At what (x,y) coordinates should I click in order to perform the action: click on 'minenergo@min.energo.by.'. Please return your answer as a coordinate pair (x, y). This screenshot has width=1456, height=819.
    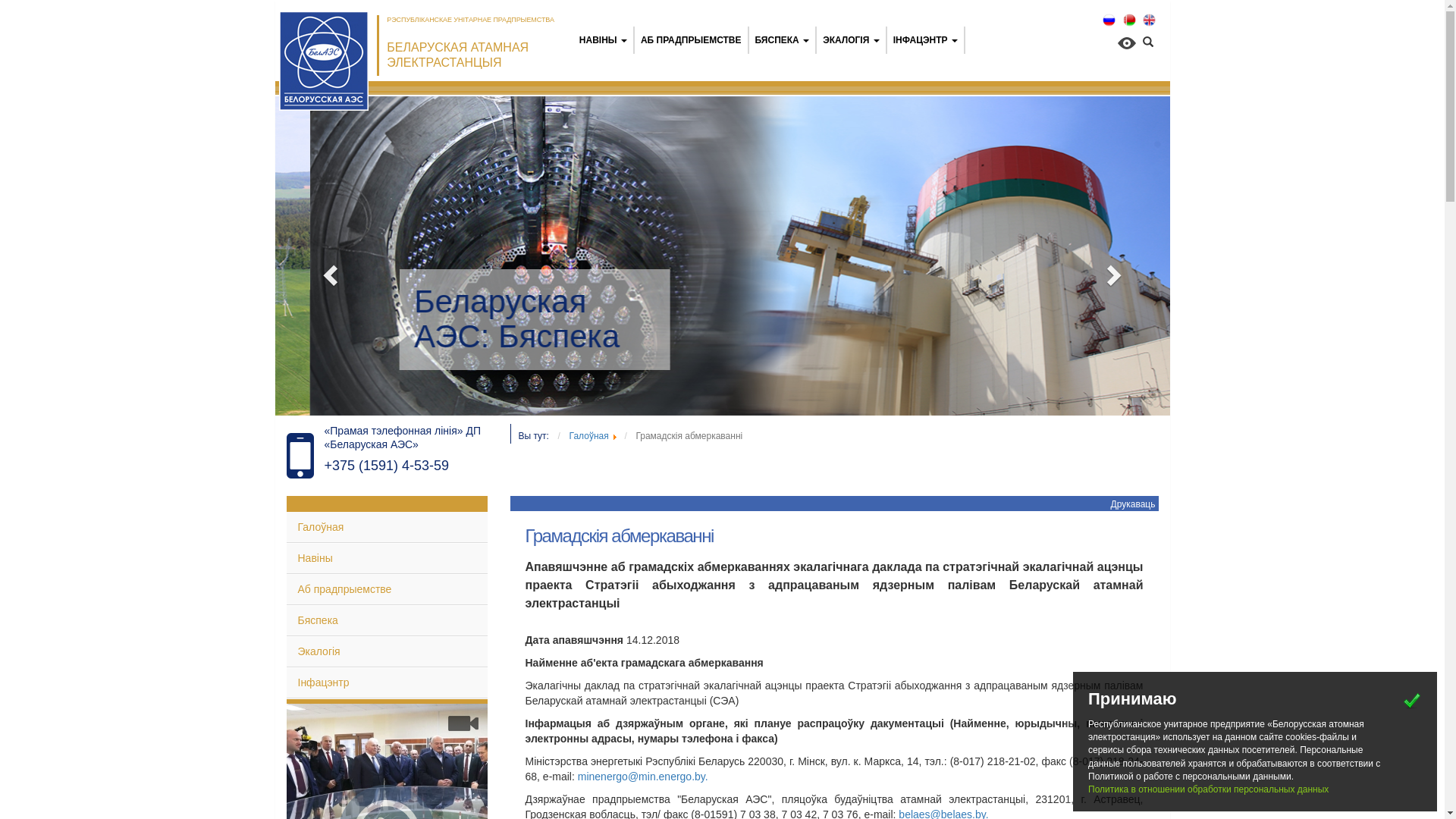
    Looking at the image, I should click on (643, 776).